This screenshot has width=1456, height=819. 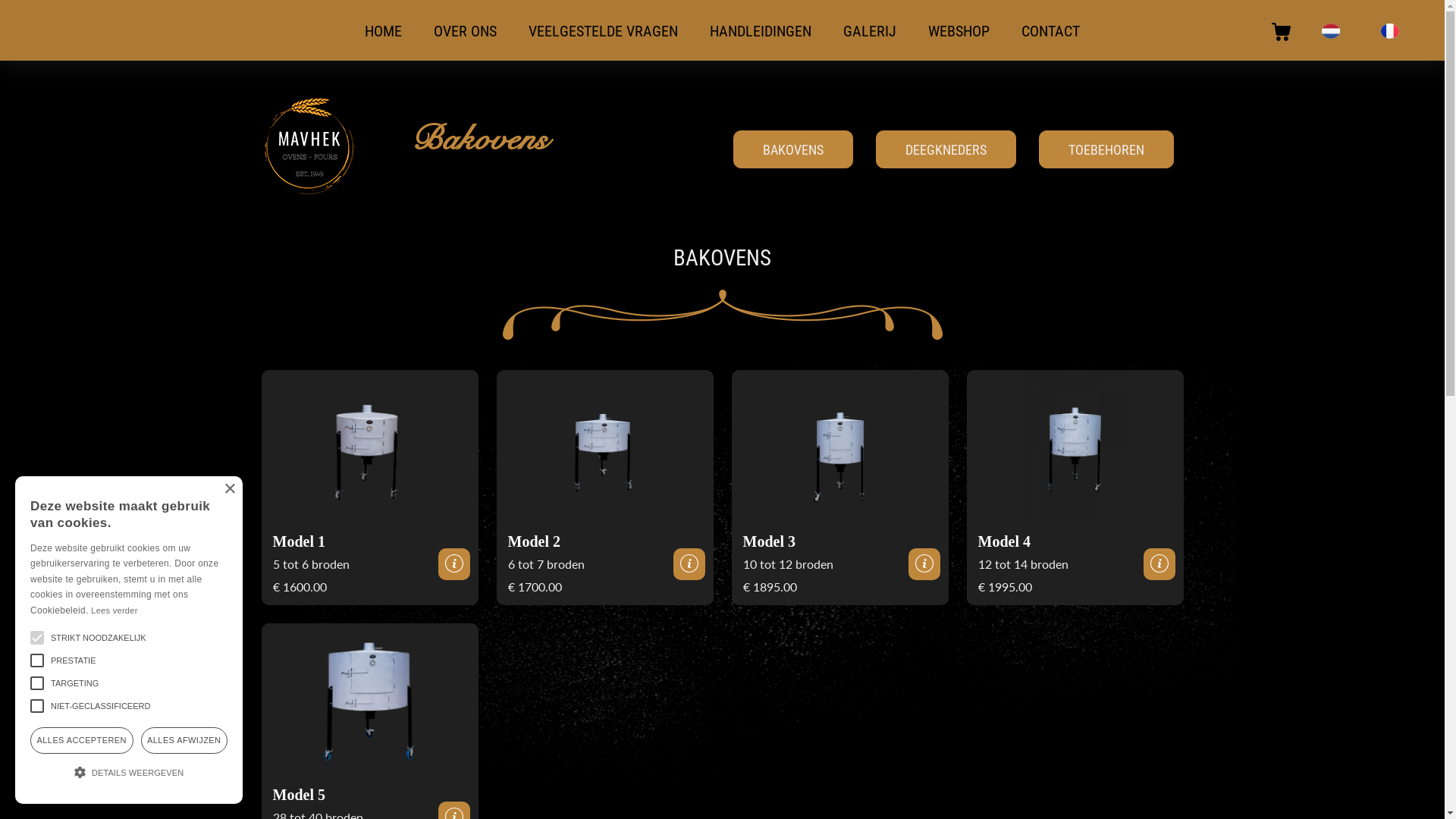 What do you see at coordinates (602, 30) in the screenshot?
I see `'VEELGESTELDE VRAGEN'` at bounding box center [602, 30].